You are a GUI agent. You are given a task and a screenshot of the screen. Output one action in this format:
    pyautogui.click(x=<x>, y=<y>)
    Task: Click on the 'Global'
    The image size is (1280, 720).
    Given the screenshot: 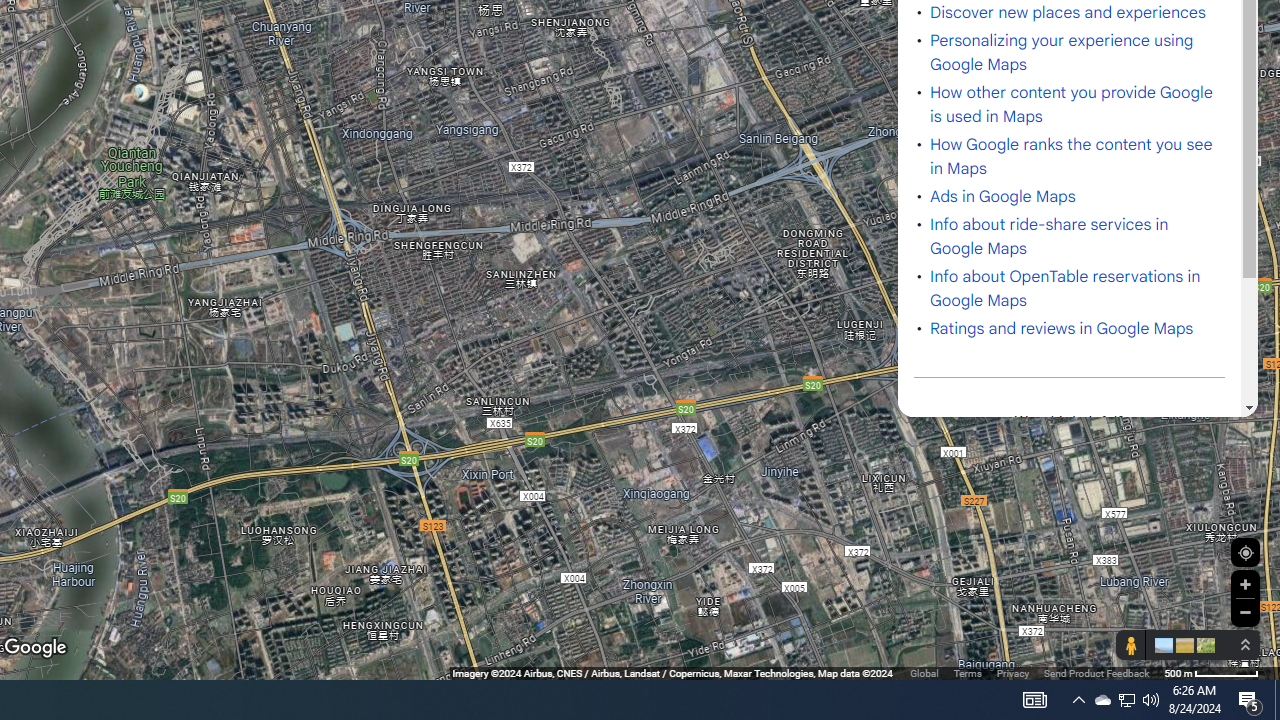 What is the action you would take?
    pyautogui.click(x=923, y=673)
    